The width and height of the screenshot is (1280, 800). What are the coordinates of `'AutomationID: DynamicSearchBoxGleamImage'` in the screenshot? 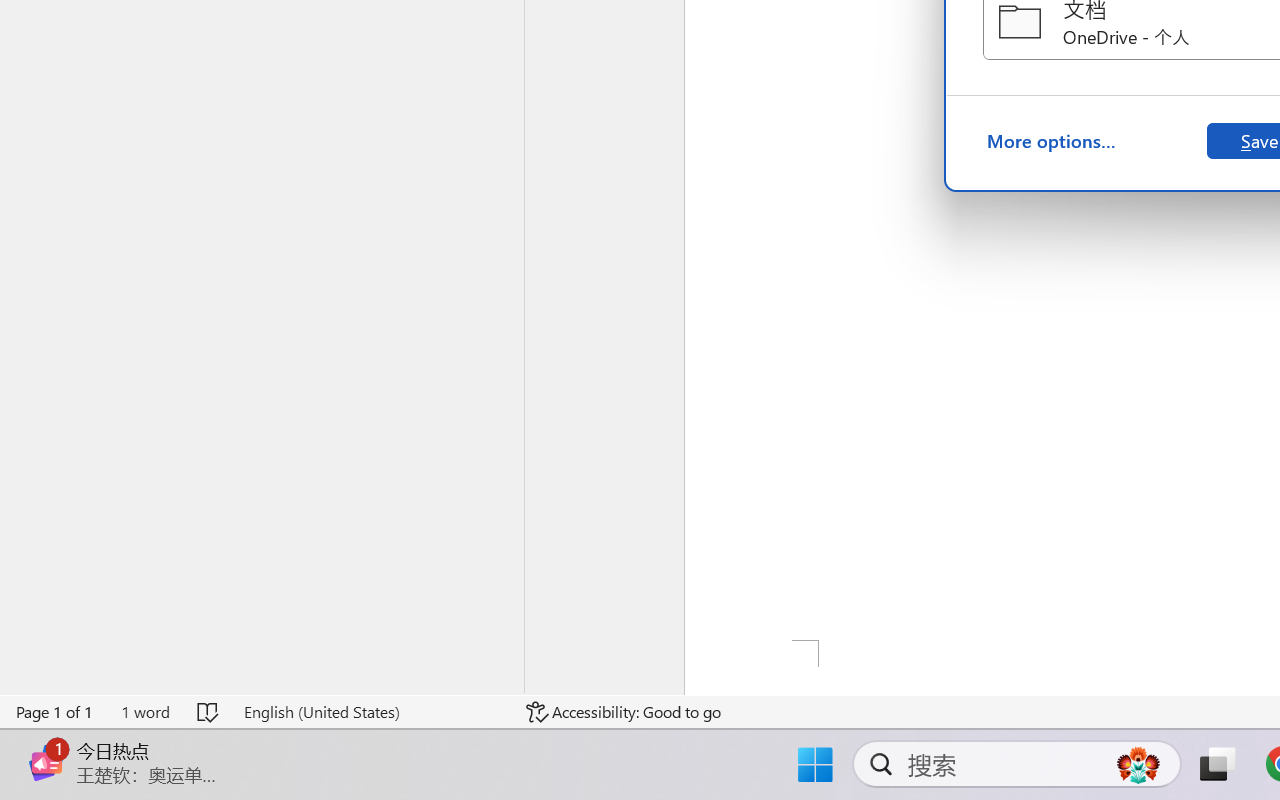 It's located at (1138, 764).